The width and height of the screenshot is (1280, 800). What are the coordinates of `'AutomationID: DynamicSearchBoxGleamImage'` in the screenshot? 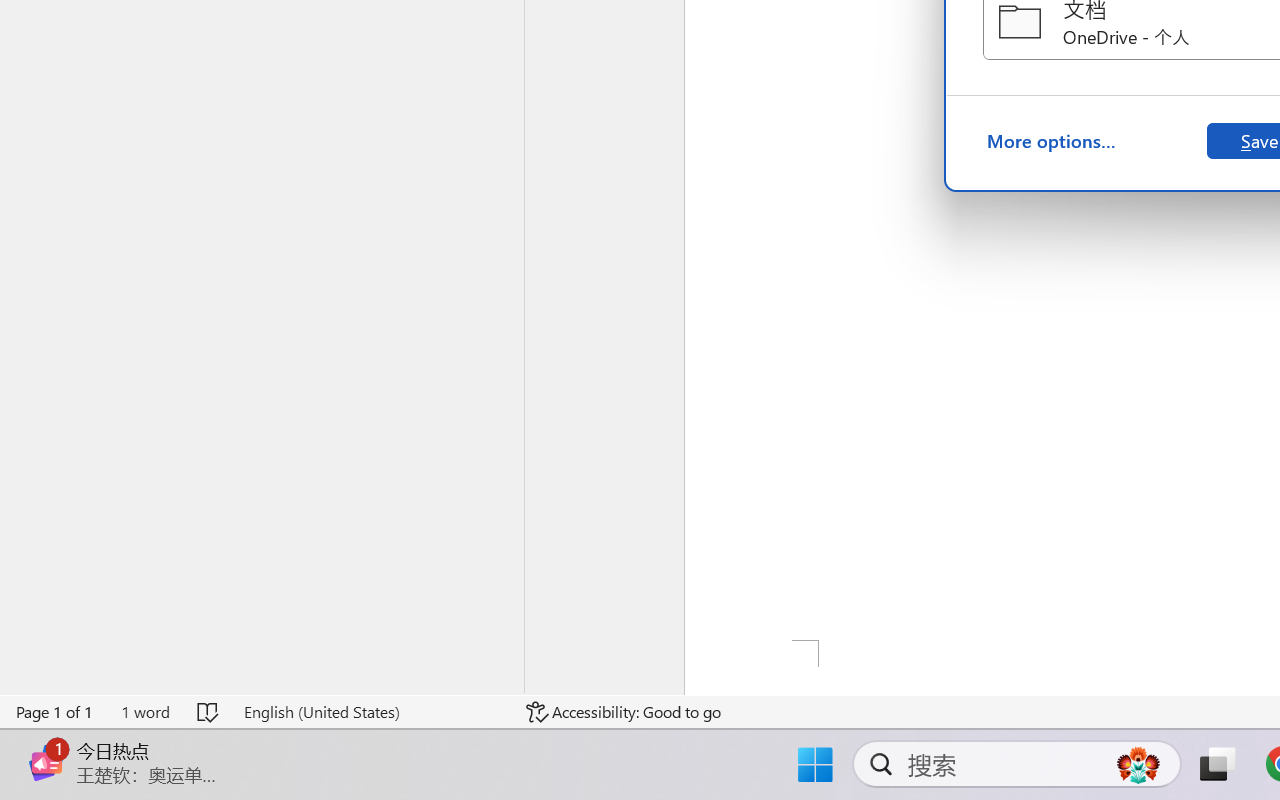 It's located at (1138, 764).